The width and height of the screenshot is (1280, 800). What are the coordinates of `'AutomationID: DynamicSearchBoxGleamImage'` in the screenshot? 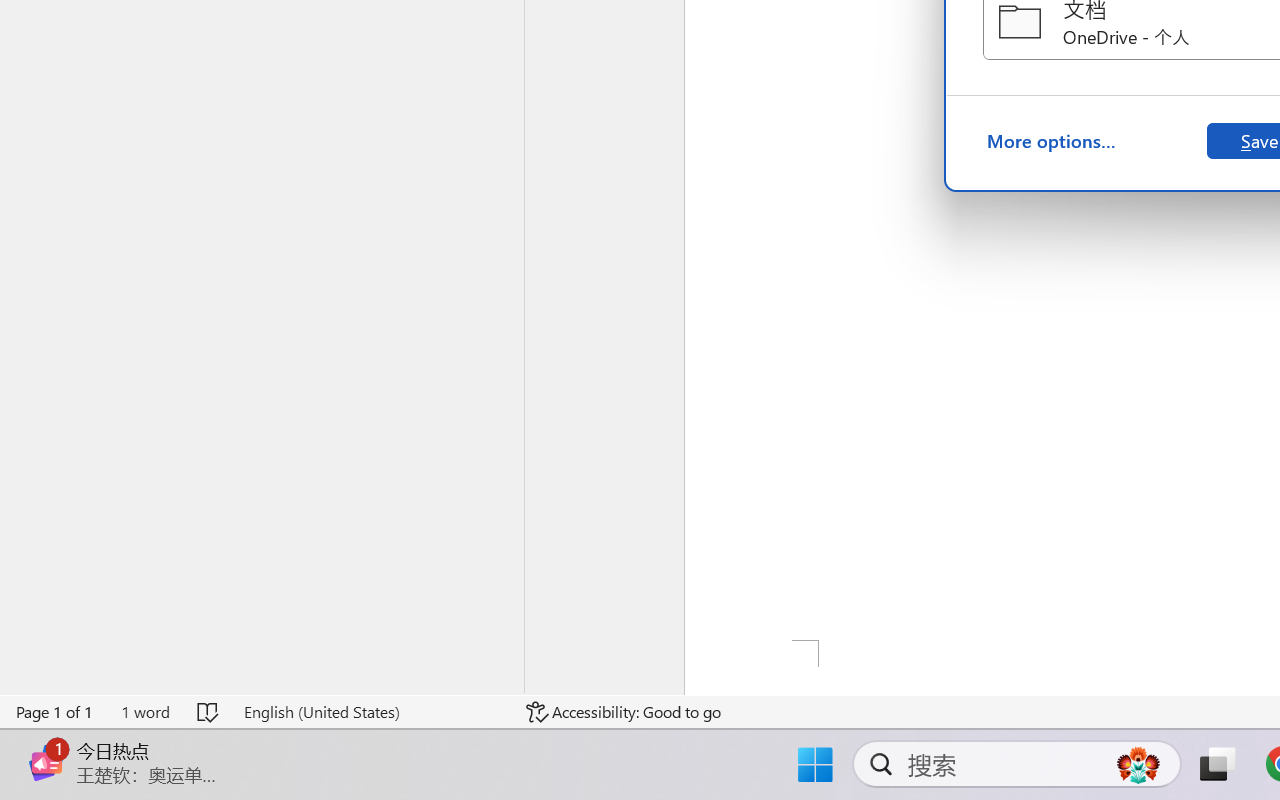 It's located at (1138, 764).